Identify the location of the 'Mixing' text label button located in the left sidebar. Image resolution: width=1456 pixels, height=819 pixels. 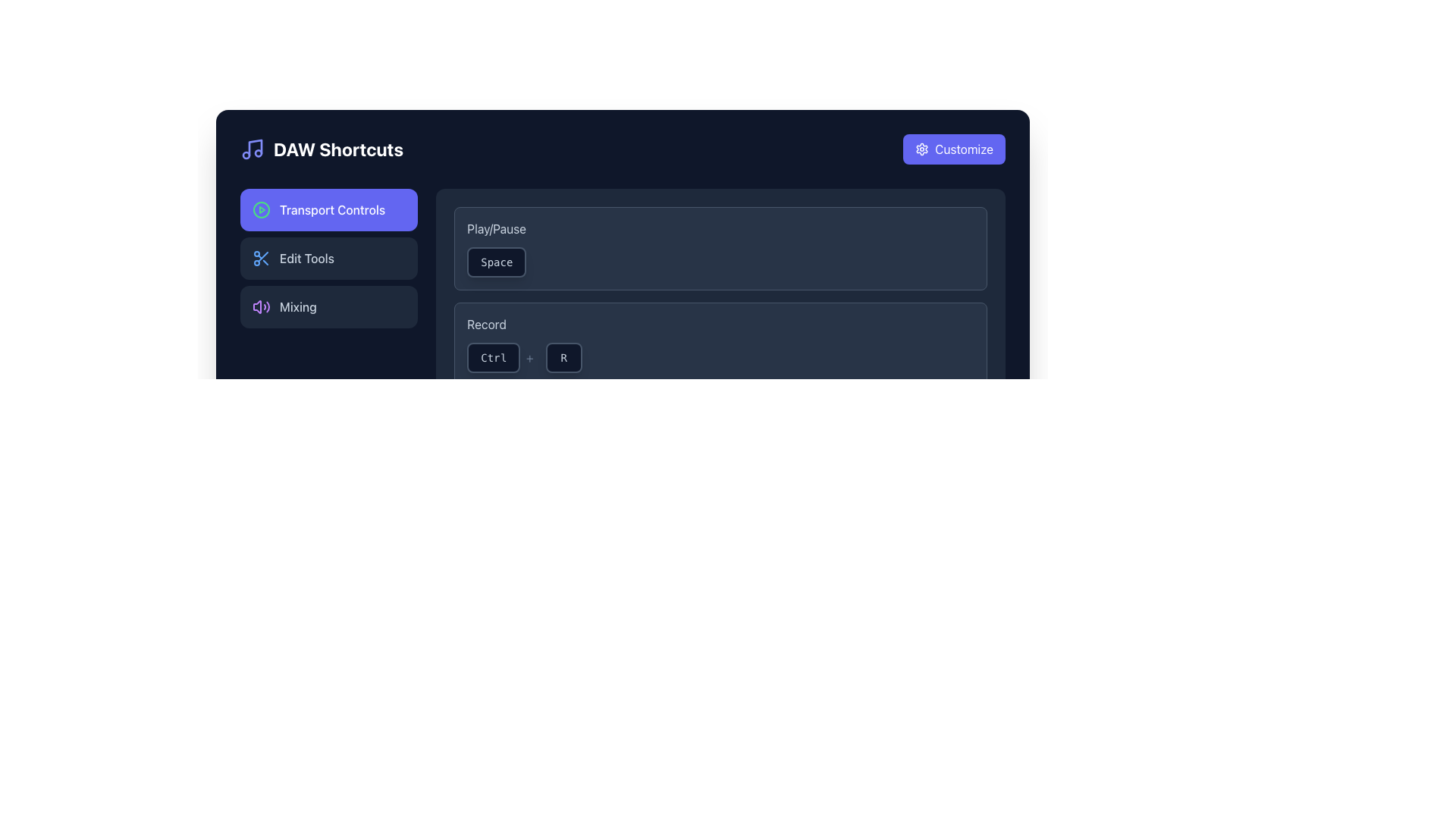
(298, 307).